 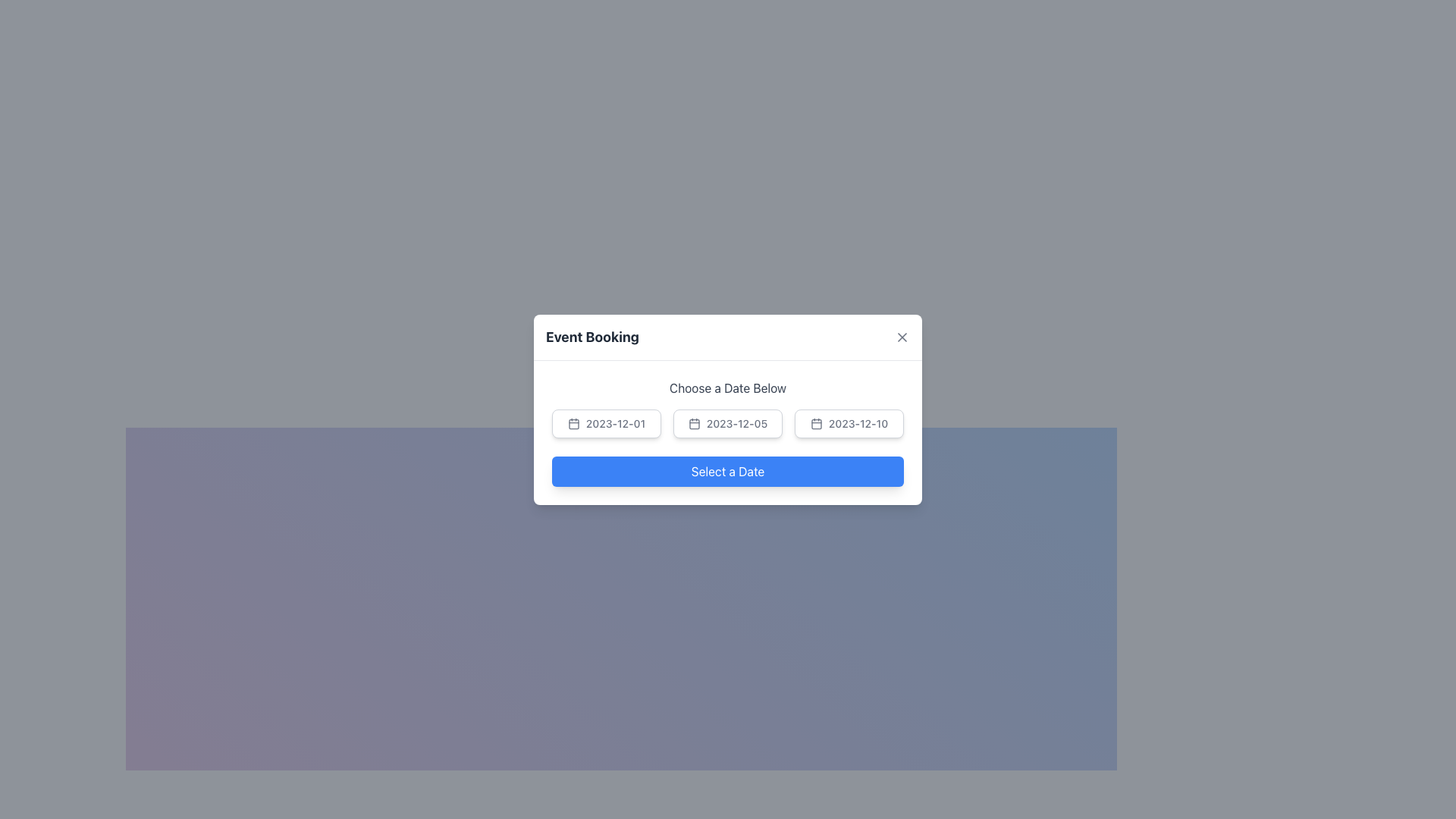 What do you see at coordinates (607, 423) in the screenshot?
I see `the date-selector button for '2023-12-01' within the 'Event Booking' modal` at bounding box center [607, 423].